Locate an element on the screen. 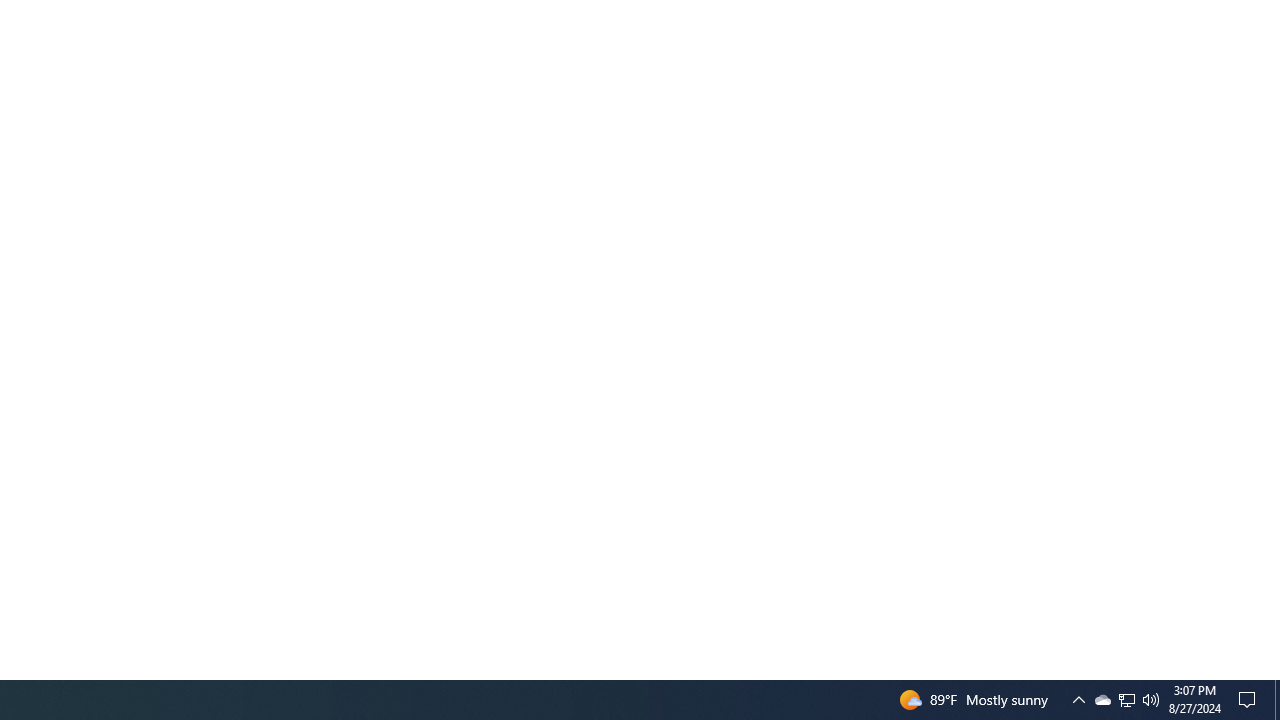  'User Promoted Notification Area' is located at coordinates (1101, 698).